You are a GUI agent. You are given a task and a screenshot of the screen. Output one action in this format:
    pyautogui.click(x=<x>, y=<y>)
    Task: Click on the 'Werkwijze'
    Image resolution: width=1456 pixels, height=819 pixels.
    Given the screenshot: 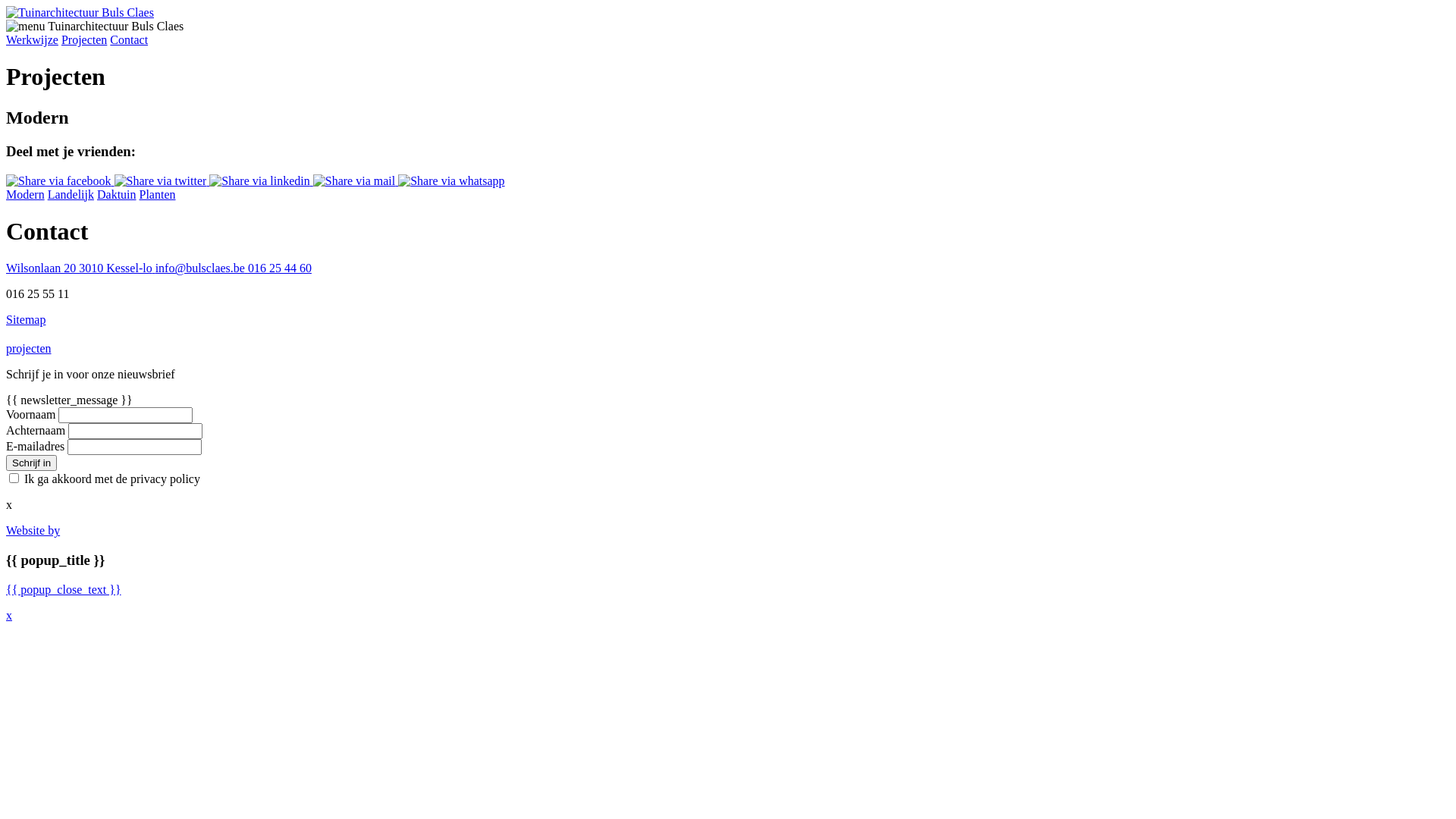 What is the action you would take?
    pyautogui.click(x=32, y=39)
    